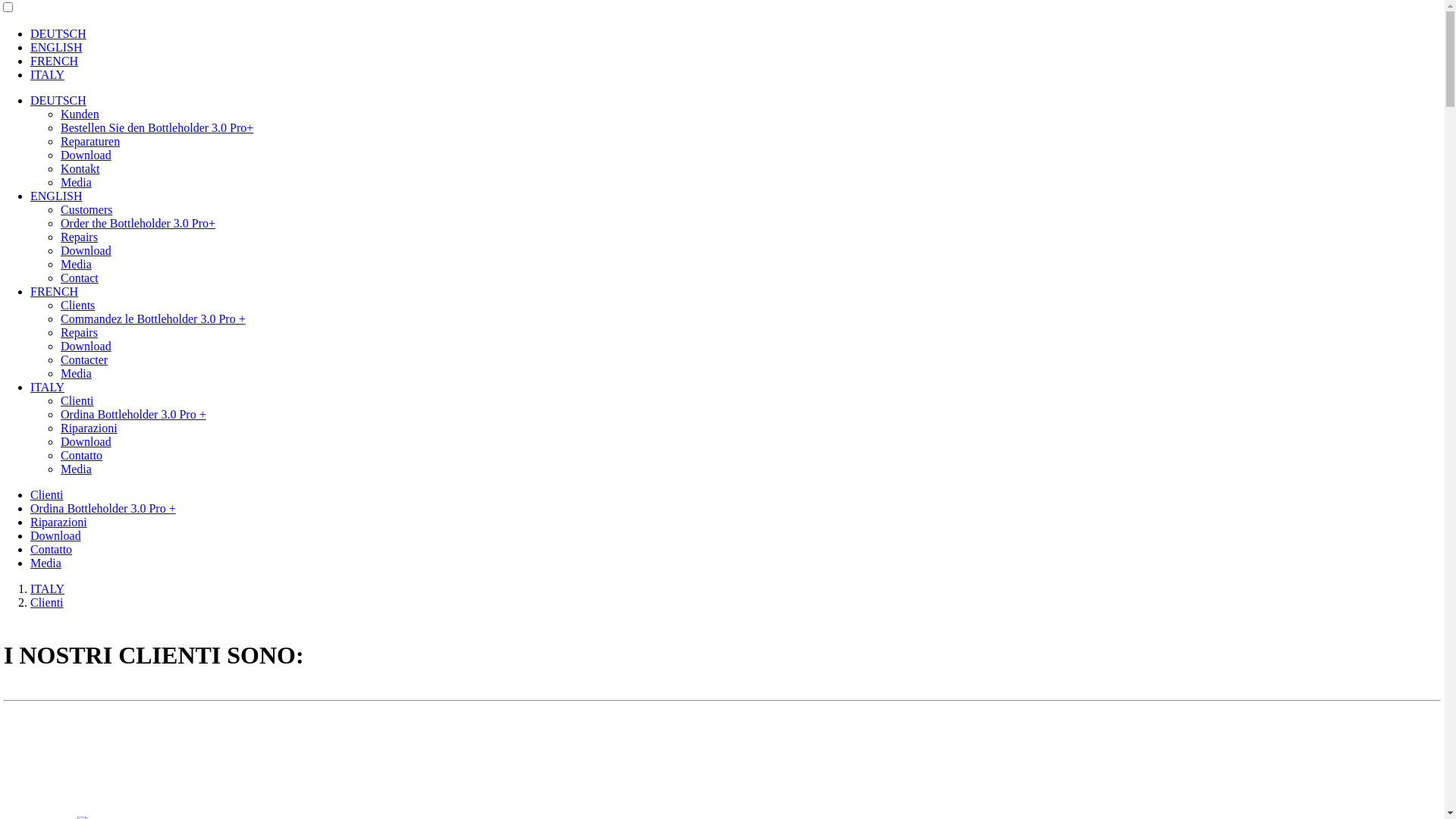  What do you see at coordinates (61, 223) in the screenshot?
I see `'Order the Bottleholder 3.0 Pro+'` at bounding box center [61, 223].